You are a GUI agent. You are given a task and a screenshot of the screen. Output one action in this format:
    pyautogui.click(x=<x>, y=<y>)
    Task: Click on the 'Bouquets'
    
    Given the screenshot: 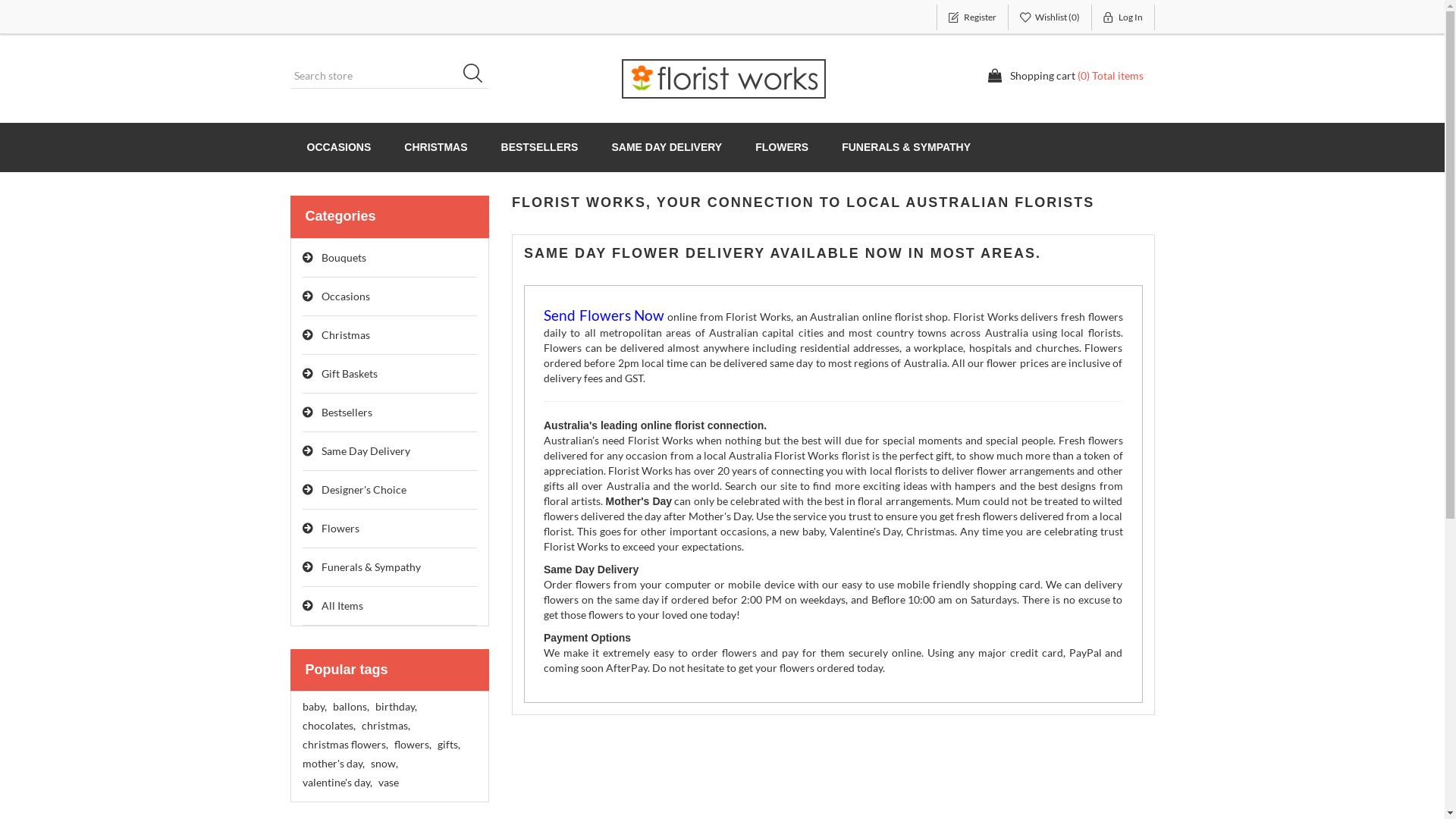 What is the action you would take?
    pyautogui.click(x=302, y=257)
    